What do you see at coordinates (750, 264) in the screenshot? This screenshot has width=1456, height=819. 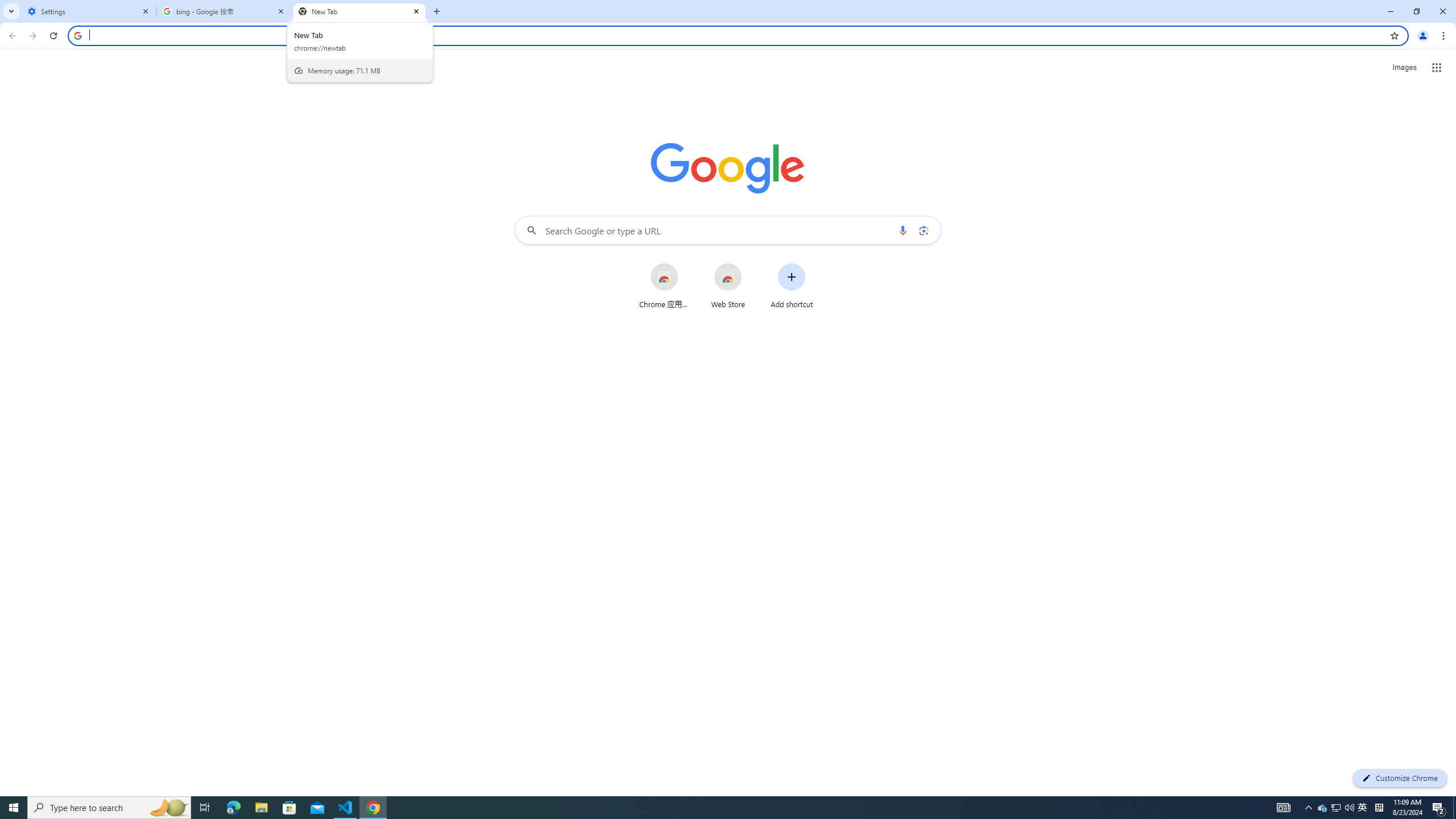 I see `'More actions for Web Store shortcut'` at bounding box center [750, 264].